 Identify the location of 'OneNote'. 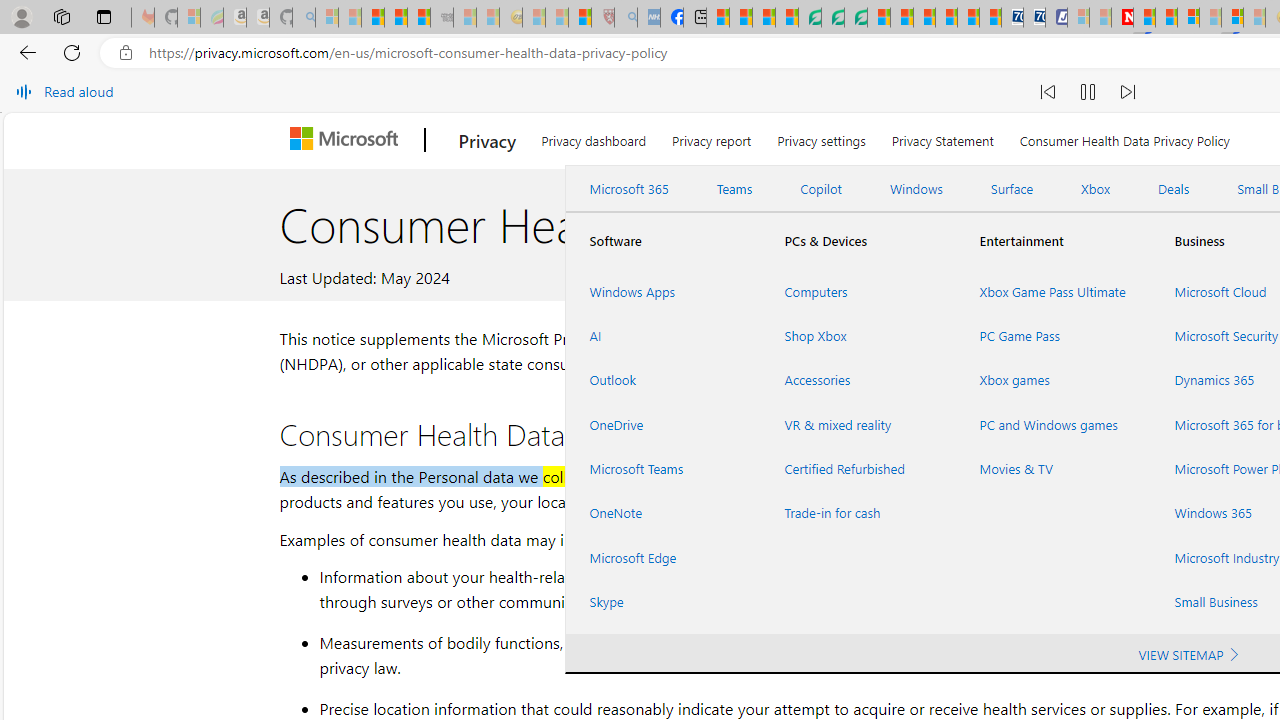
(663, 512).